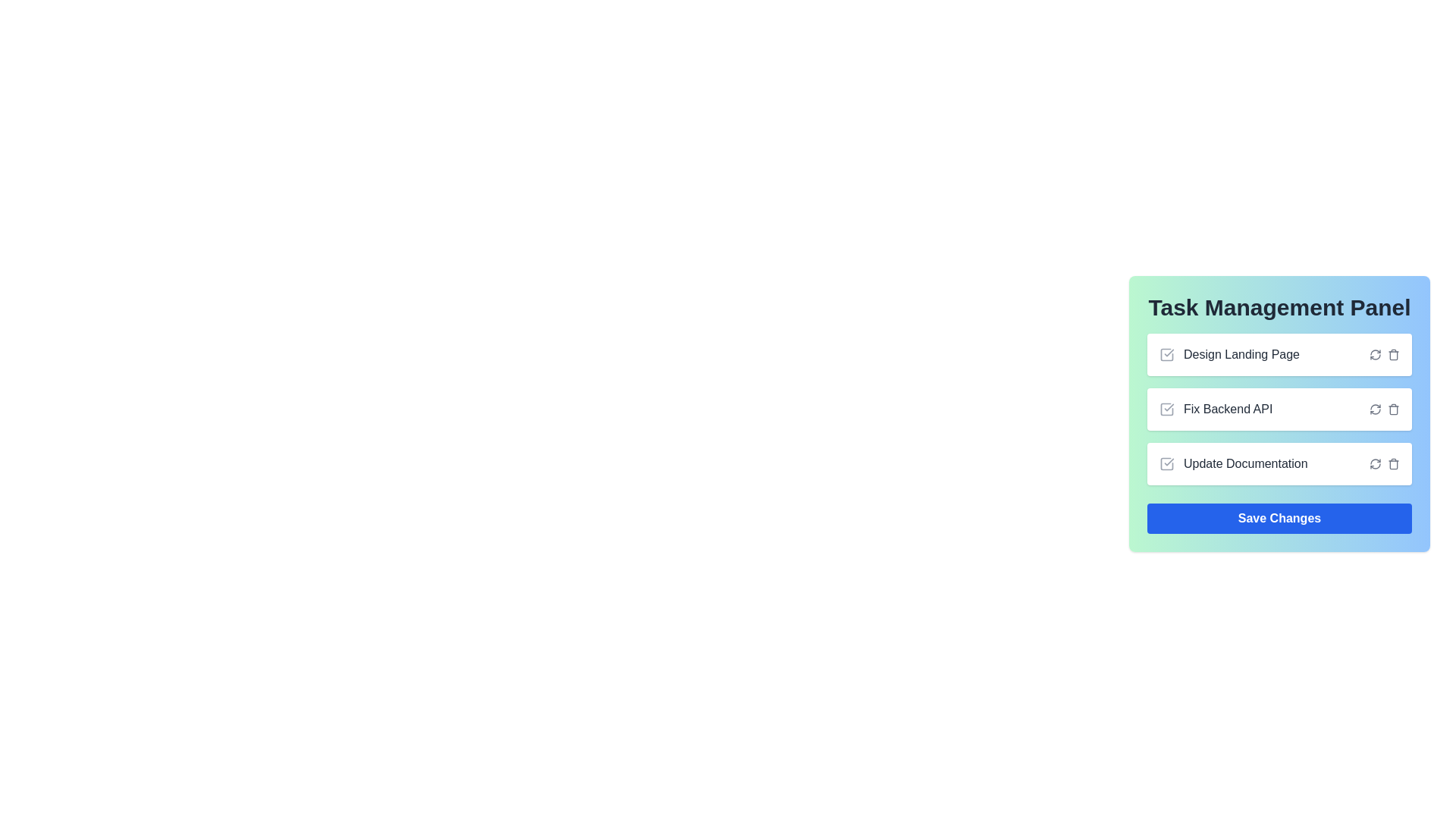 This screenshot has height=819, width=1456. I want to click on the refresh button represented by a circular arrow icon, styled as a small gray button that turns blue on hover, located to the right of the text 'Fix Backend API', so click(1376, 463).